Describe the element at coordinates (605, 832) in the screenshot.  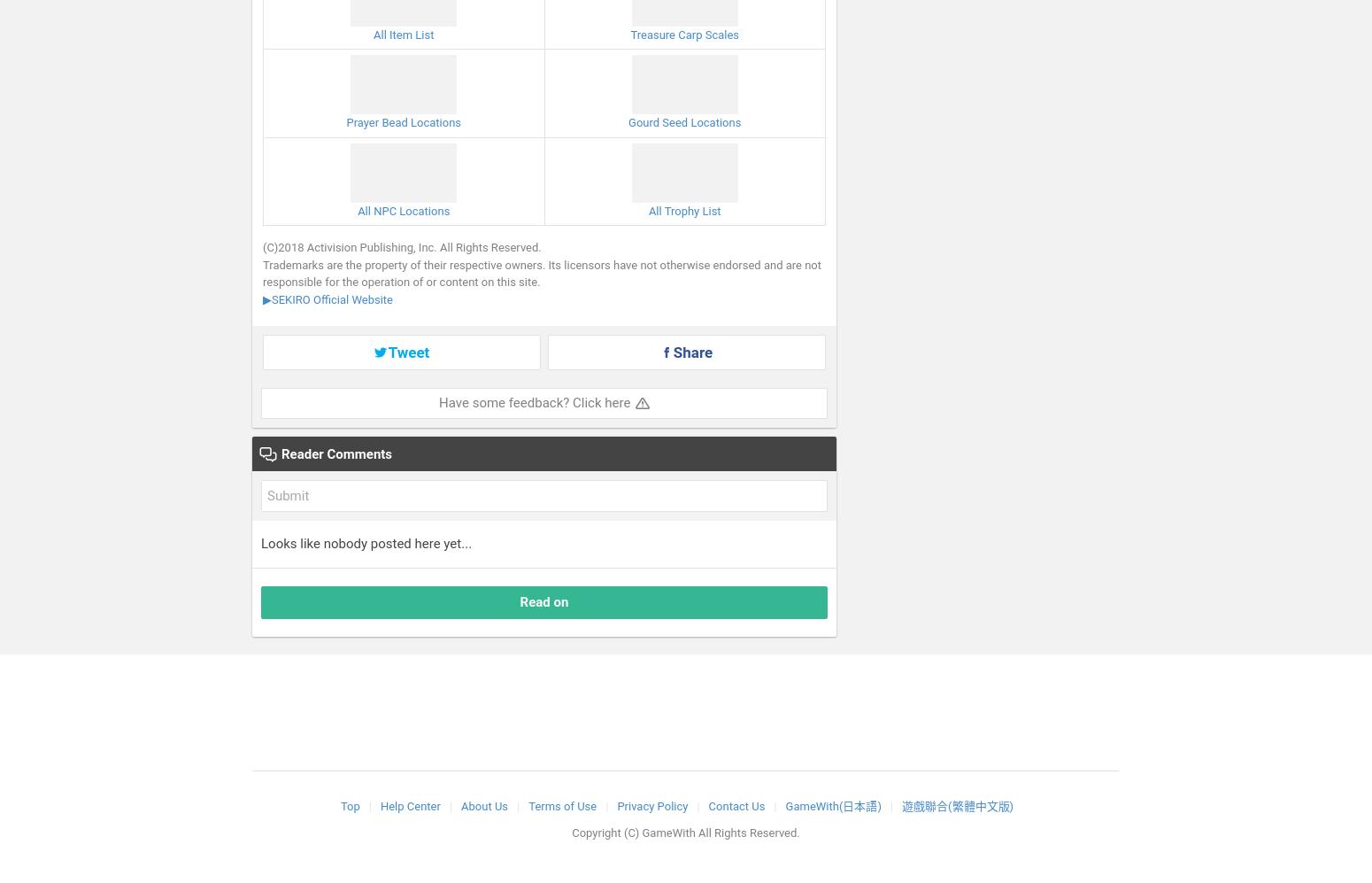
I see `'Copyright (C)'` at that location.